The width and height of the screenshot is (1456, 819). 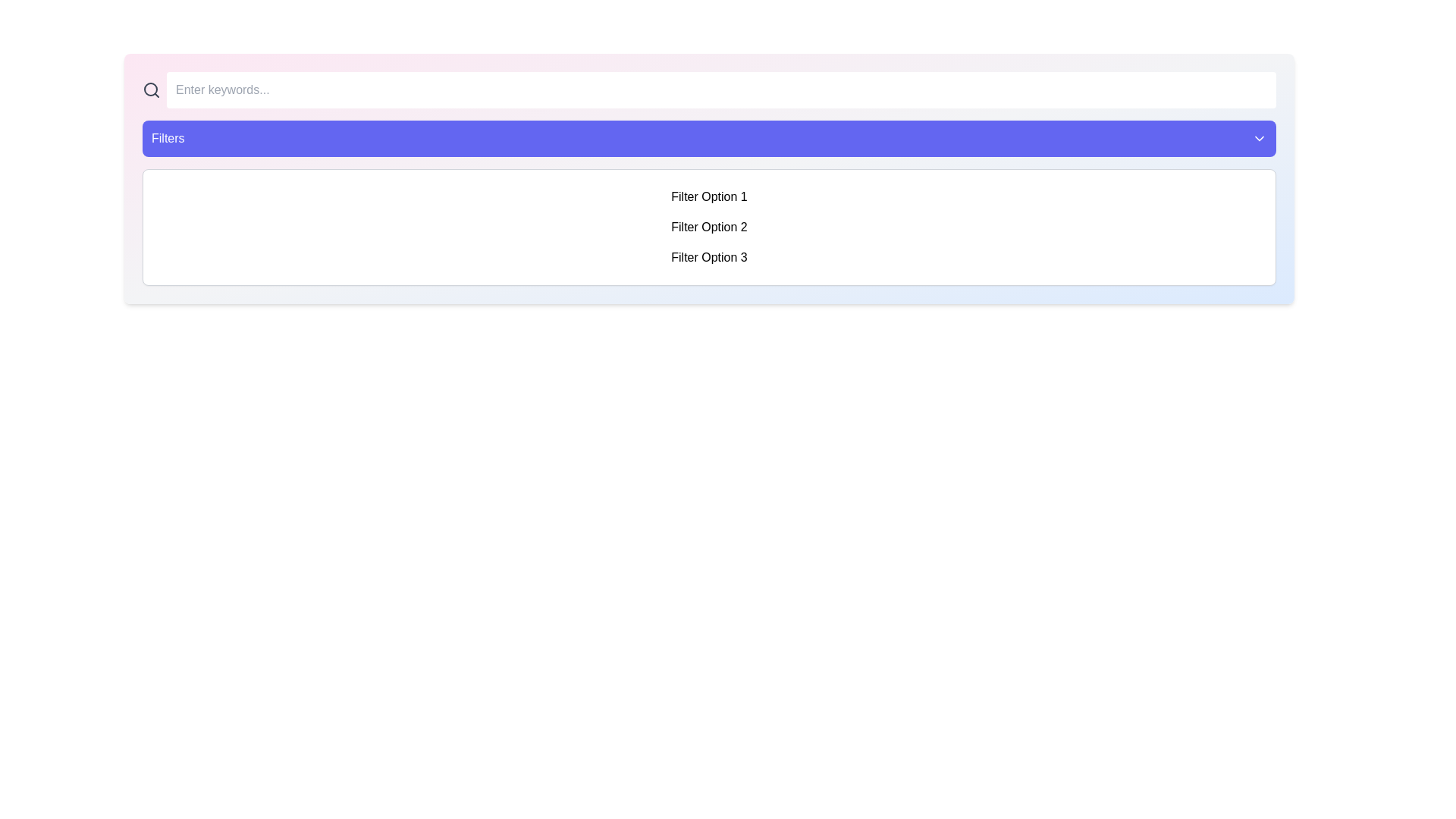 What do you see at coordinates (1259, 138) in the screenshot?
I see `the icon next to the 'Filters' button` at bounding box center [1259, 138].